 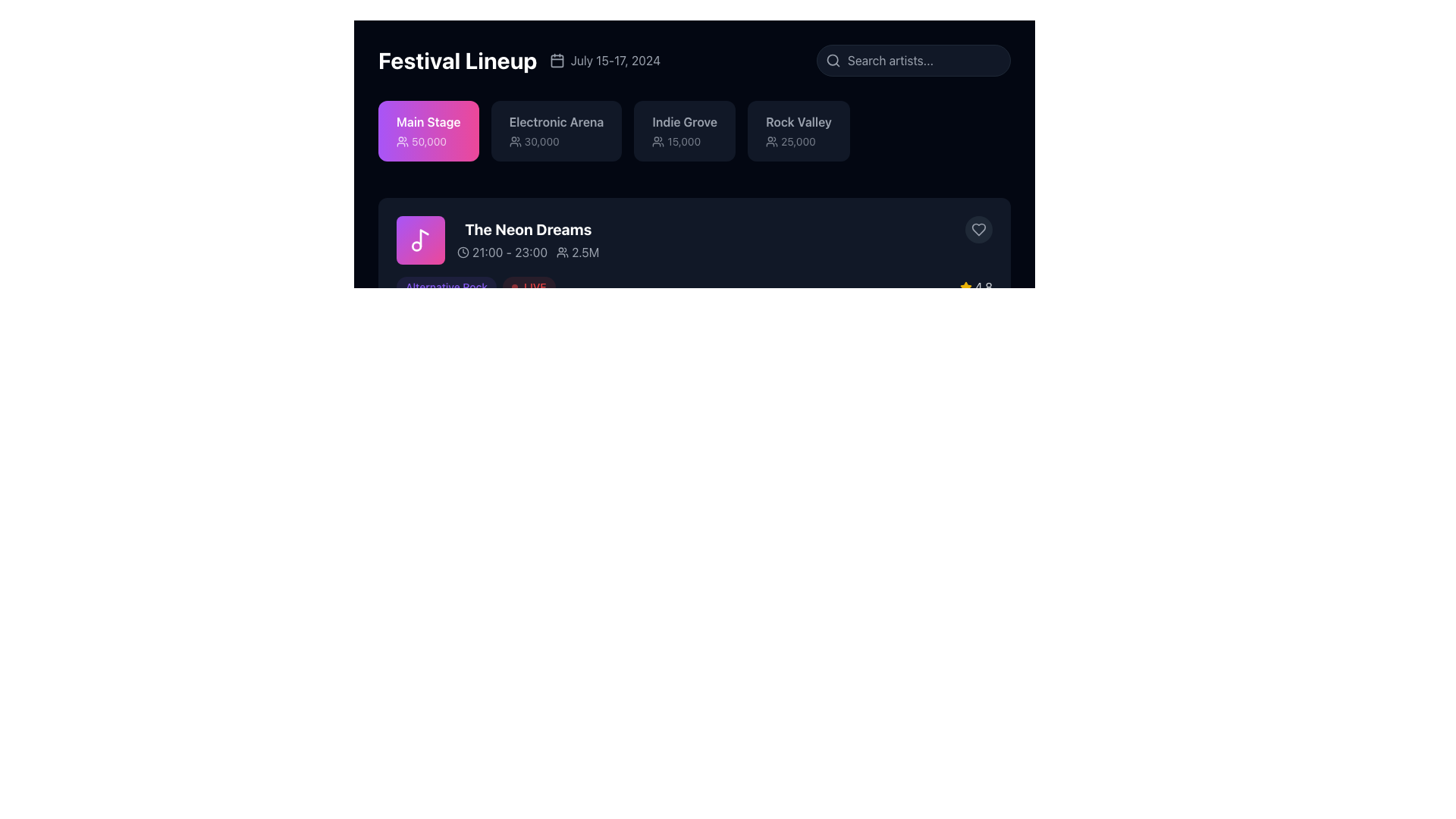 I want to click on the Event card for 'The Neon Dreams' scheduled from 21:00 to 23:00 with 2.5M attendees, located in the middle row of the event list below the 'Festival Lineup' header, so click(x=497, y=239).